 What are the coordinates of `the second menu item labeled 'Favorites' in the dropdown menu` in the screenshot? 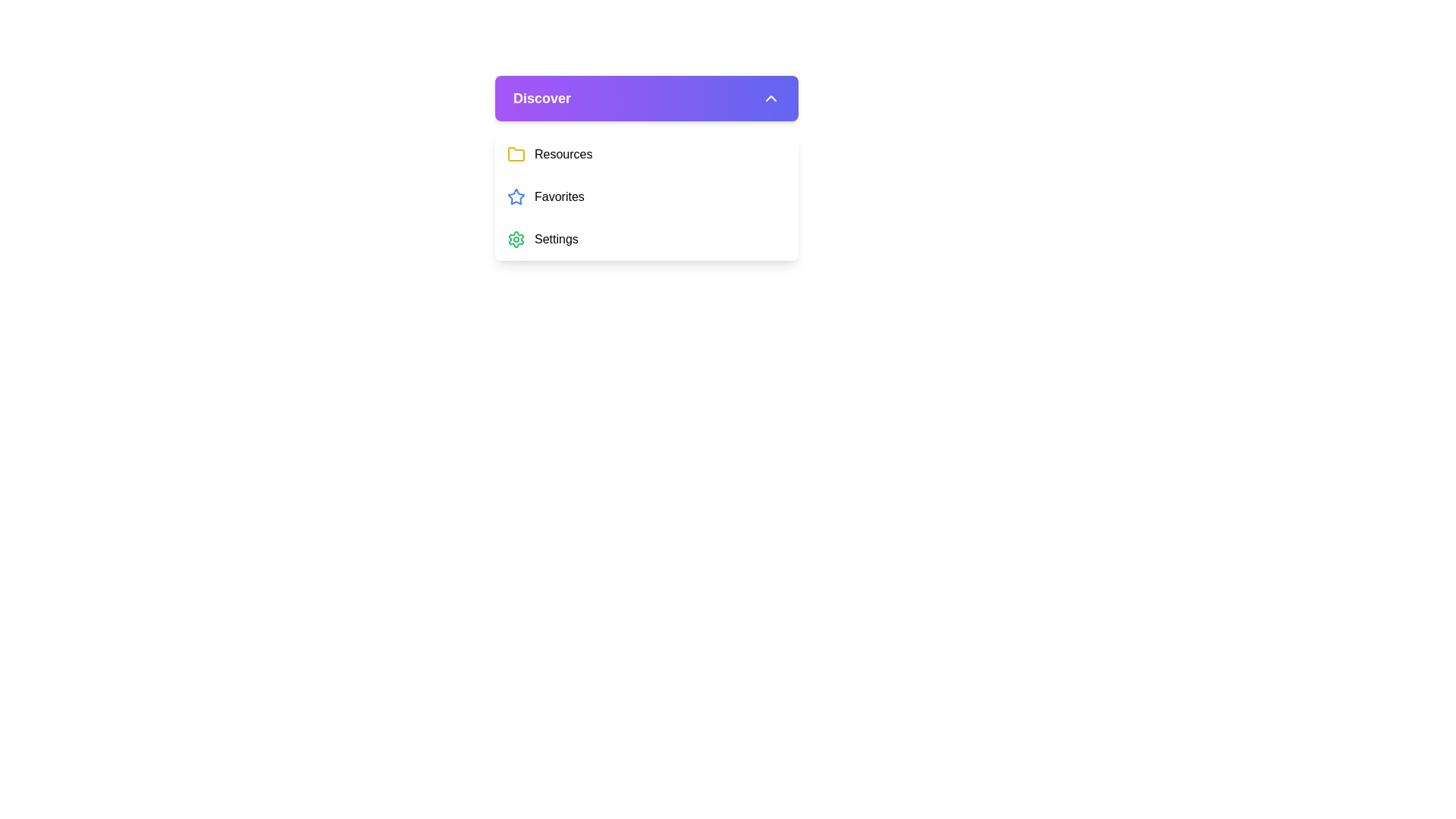 It's located at (647, 196).